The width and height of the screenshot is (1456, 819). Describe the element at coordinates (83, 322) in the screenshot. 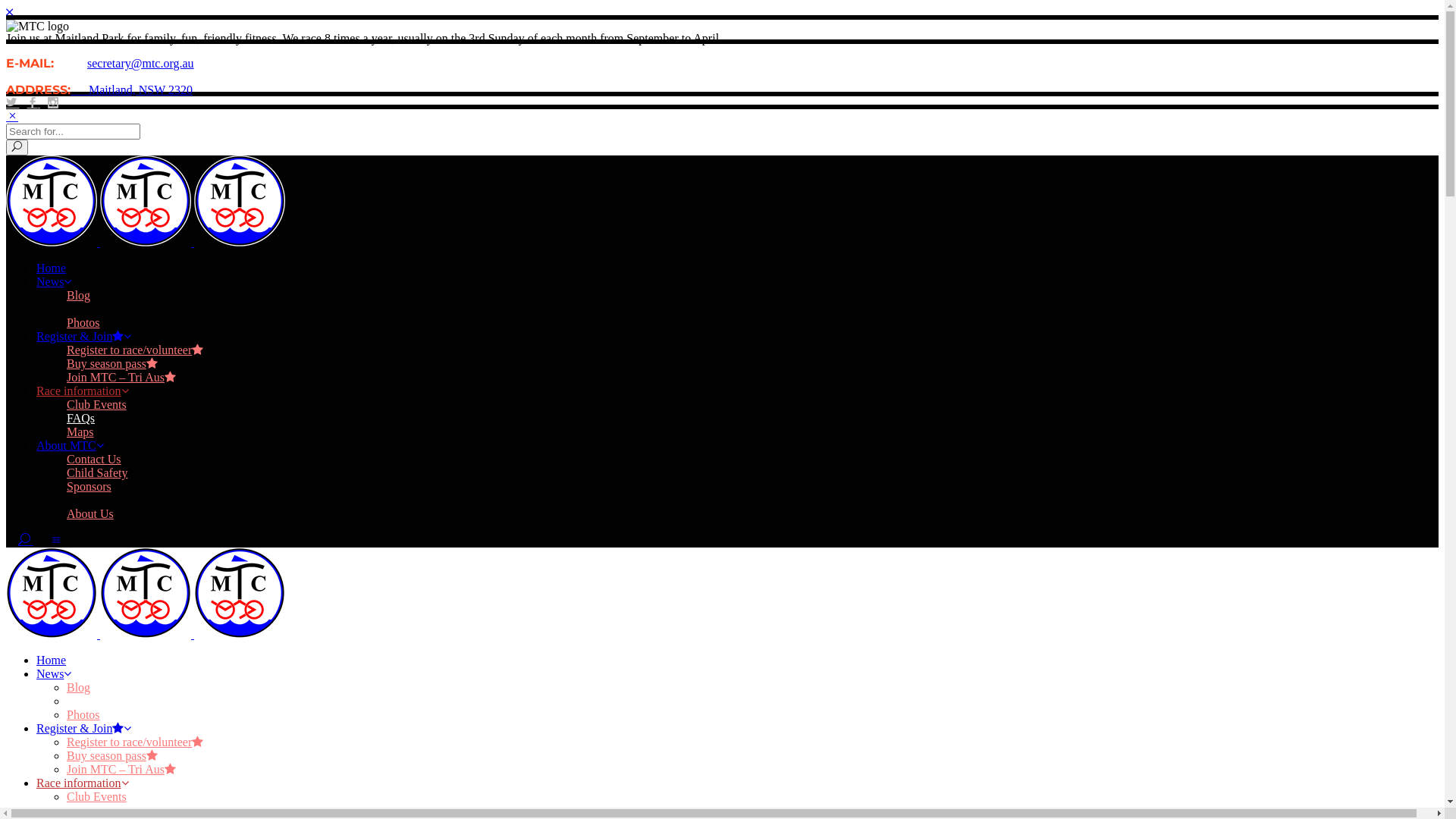

I see `'Photos'` at that location.